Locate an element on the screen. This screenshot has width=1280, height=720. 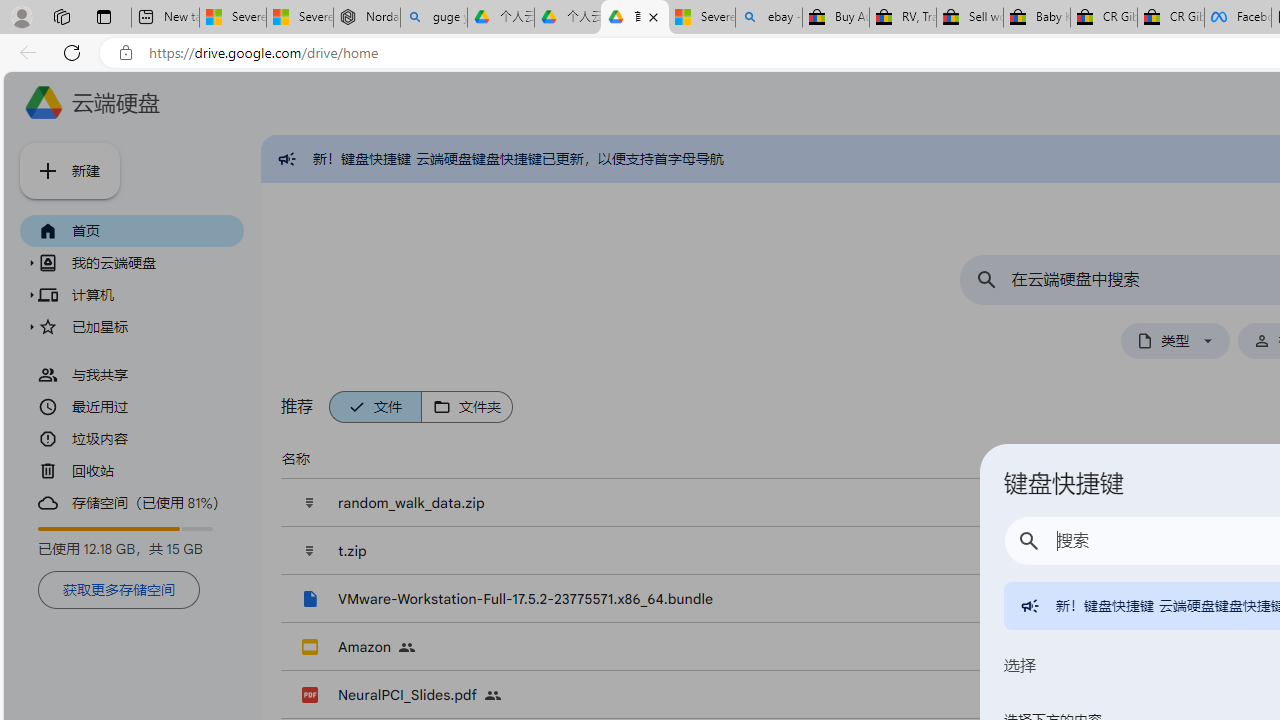
'guge yunpan - Search' is located at coordinates (432, 17).